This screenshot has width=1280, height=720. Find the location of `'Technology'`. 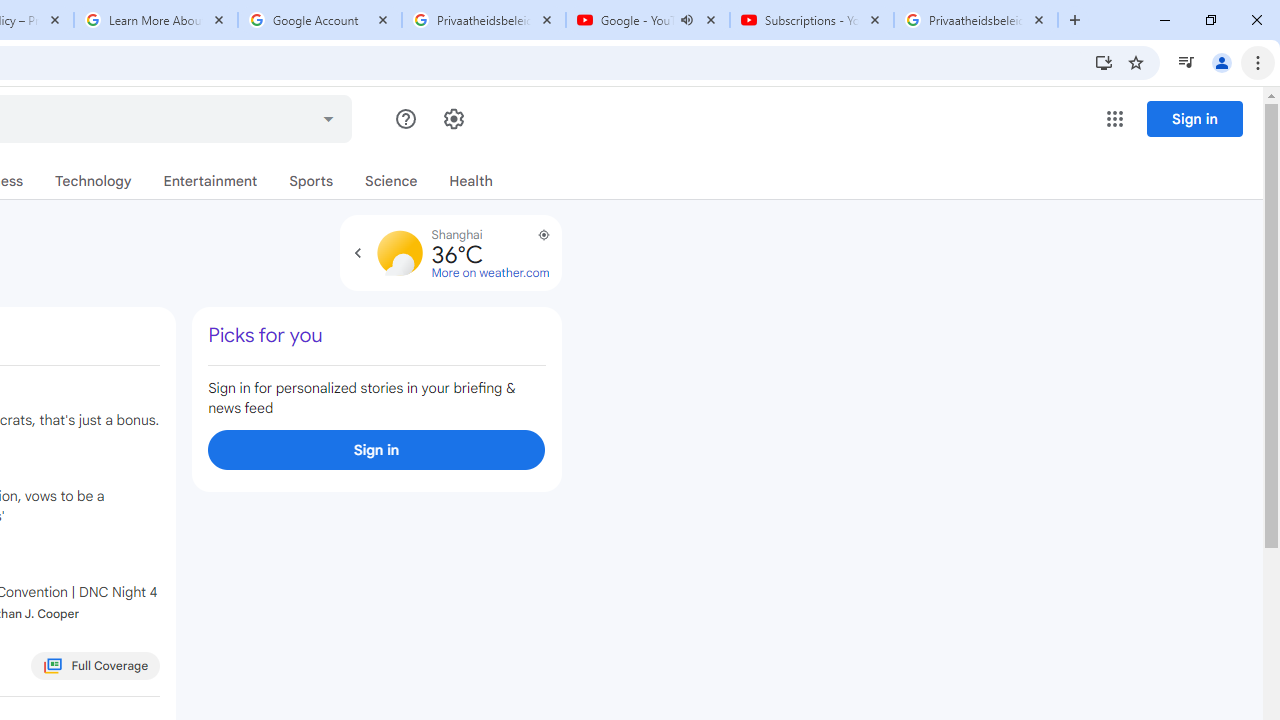

'Technology' is located at coordinates (92, 181).